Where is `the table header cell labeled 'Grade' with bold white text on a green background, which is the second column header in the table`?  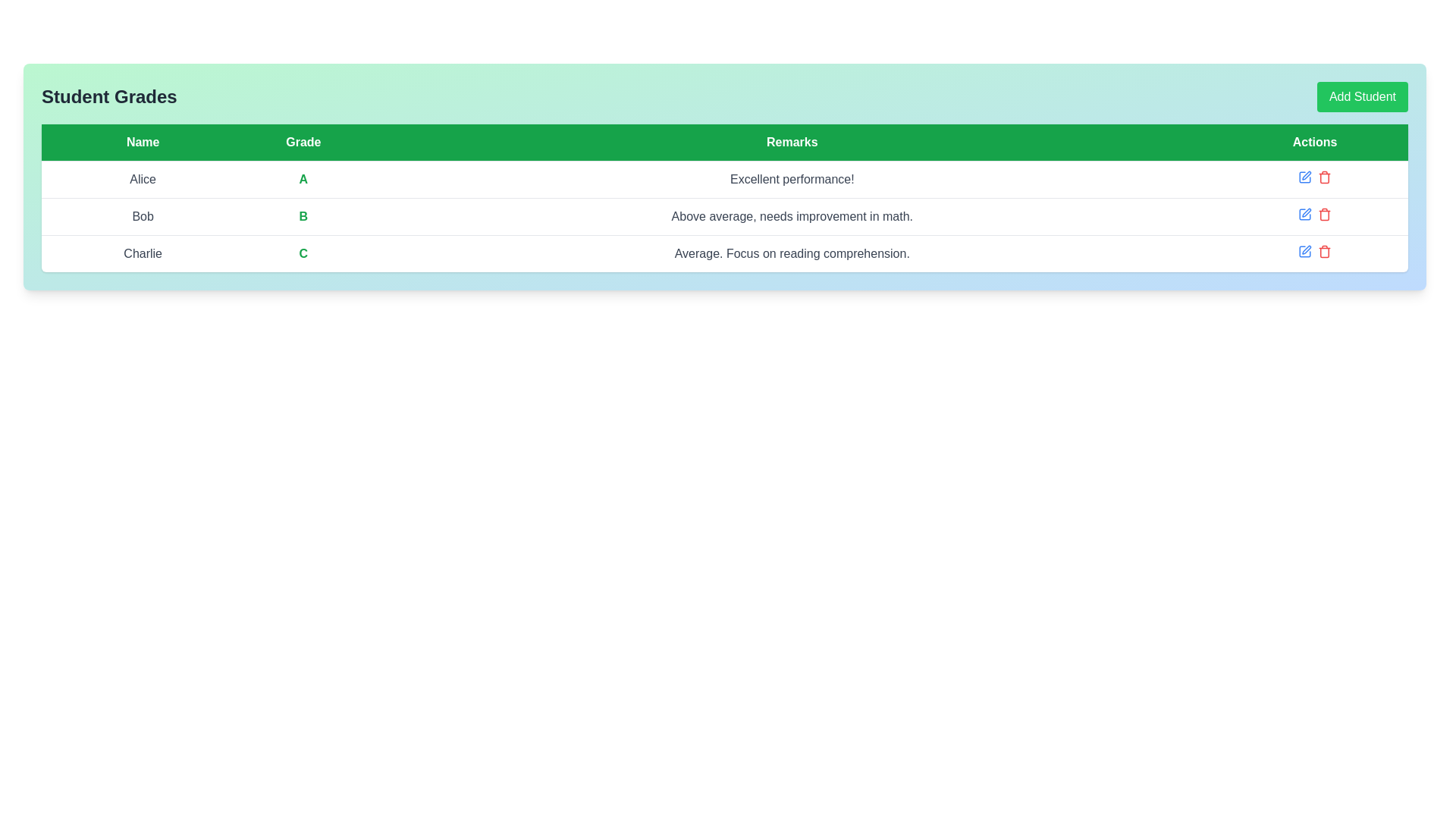 the table header cell labeled 'Grade' with bold white text on a green background, which is the second column header in the table is located at coordinates (303, 143).